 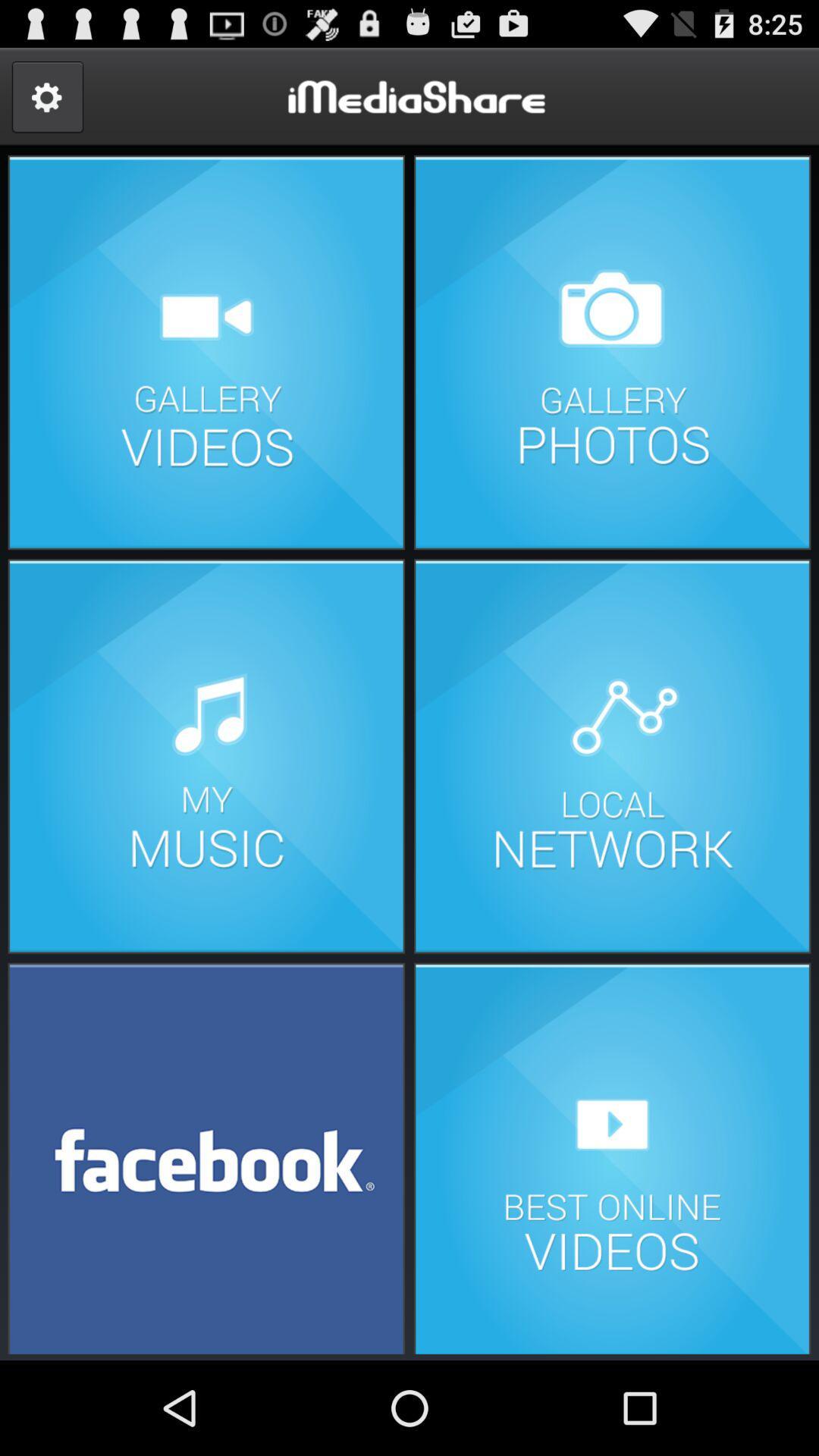 What do you see at coordinates (611, 1156) in the screenshot?
I see `best online videos` at bounding box center [611, 1156].